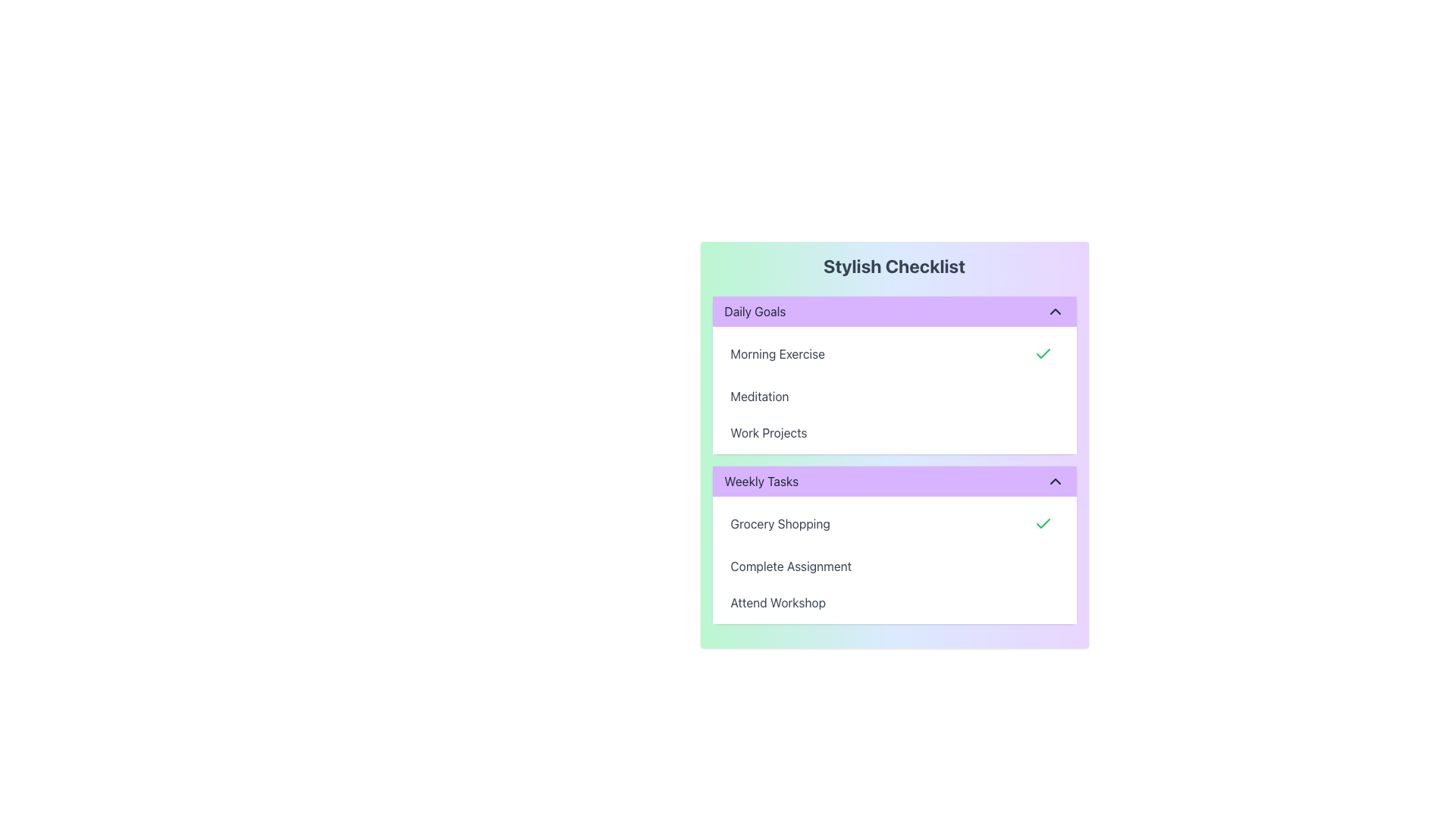 This screenshot has width=1456, height=819. I want to click on text label displaying 'Meditation' located in the 'Daily Goals' section of the checklist interface, which is the second item listed, so click(760, 396).